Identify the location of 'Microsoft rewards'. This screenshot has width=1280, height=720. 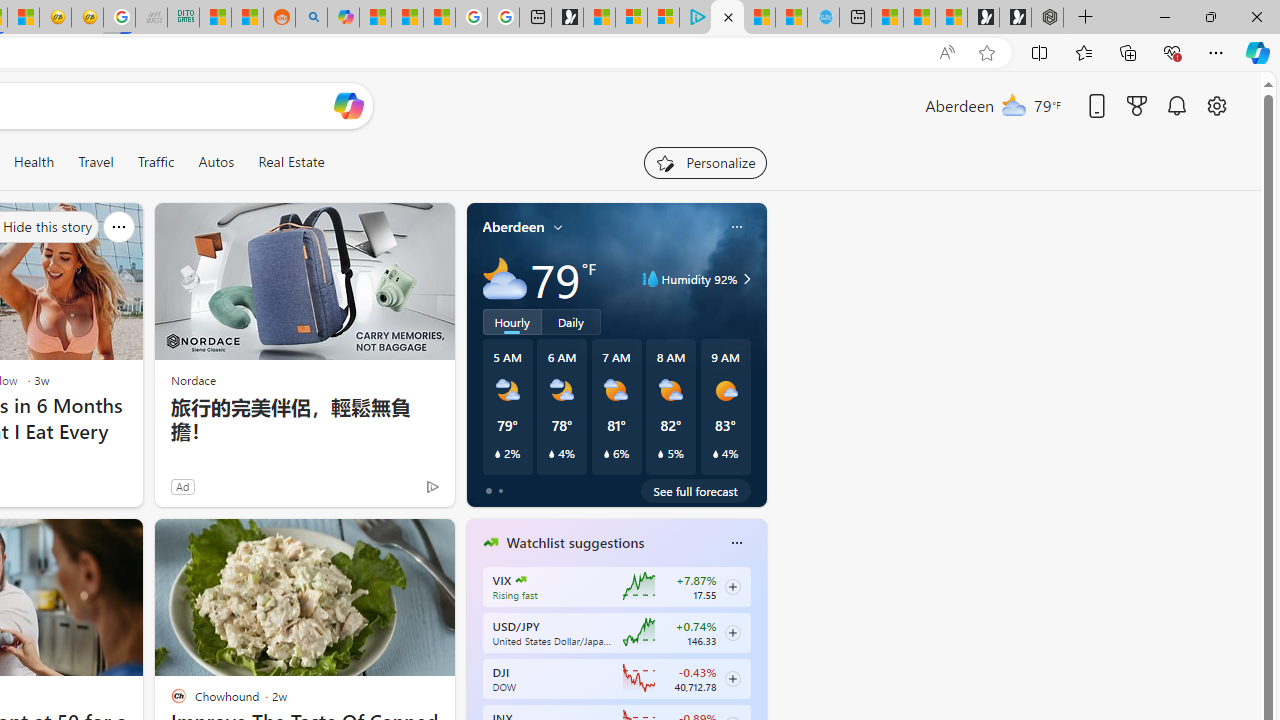
(1137, 105).